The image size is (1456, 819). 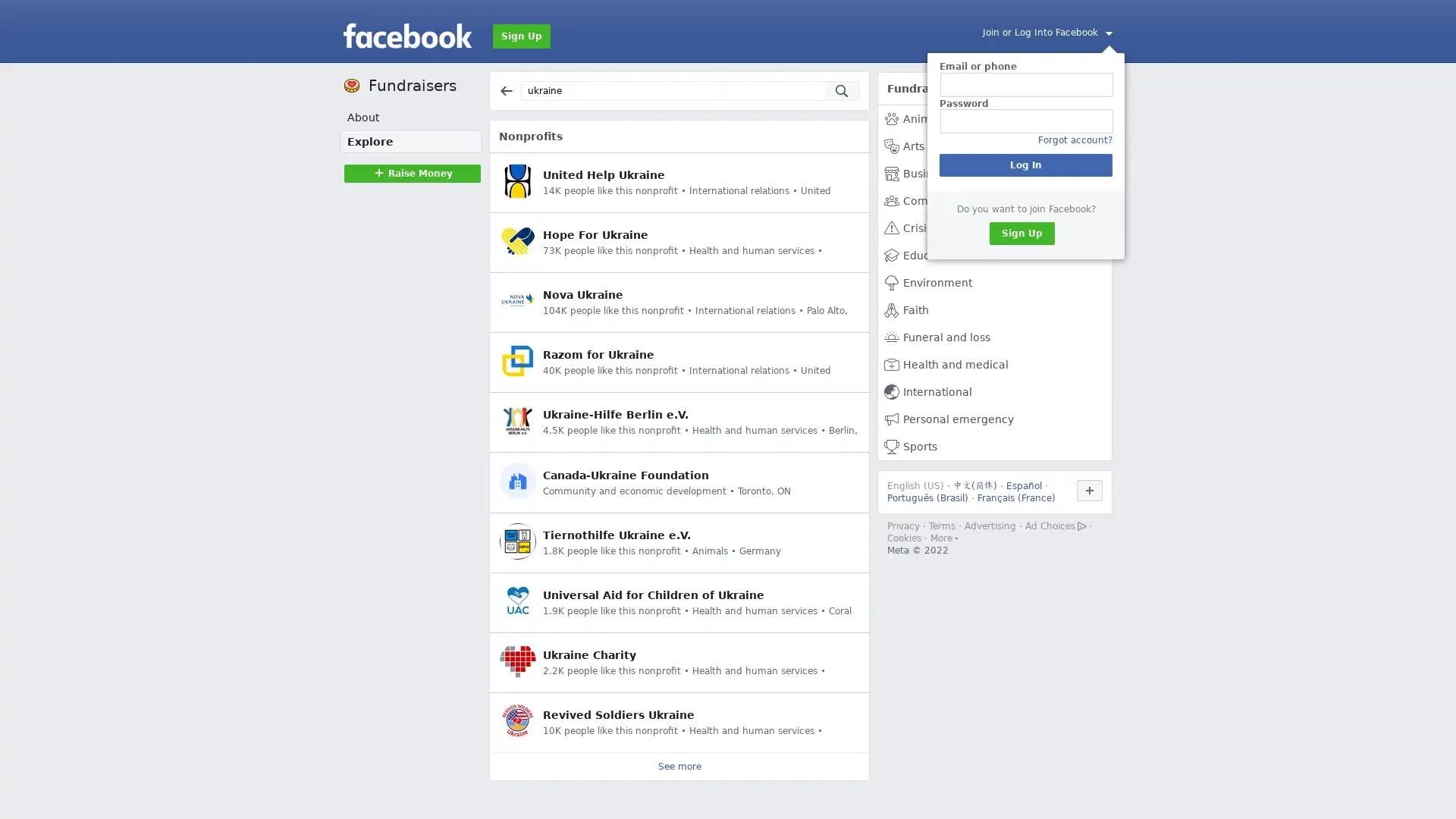 I want to click on Use Facebook in another language., so click(x=1088, y=491).